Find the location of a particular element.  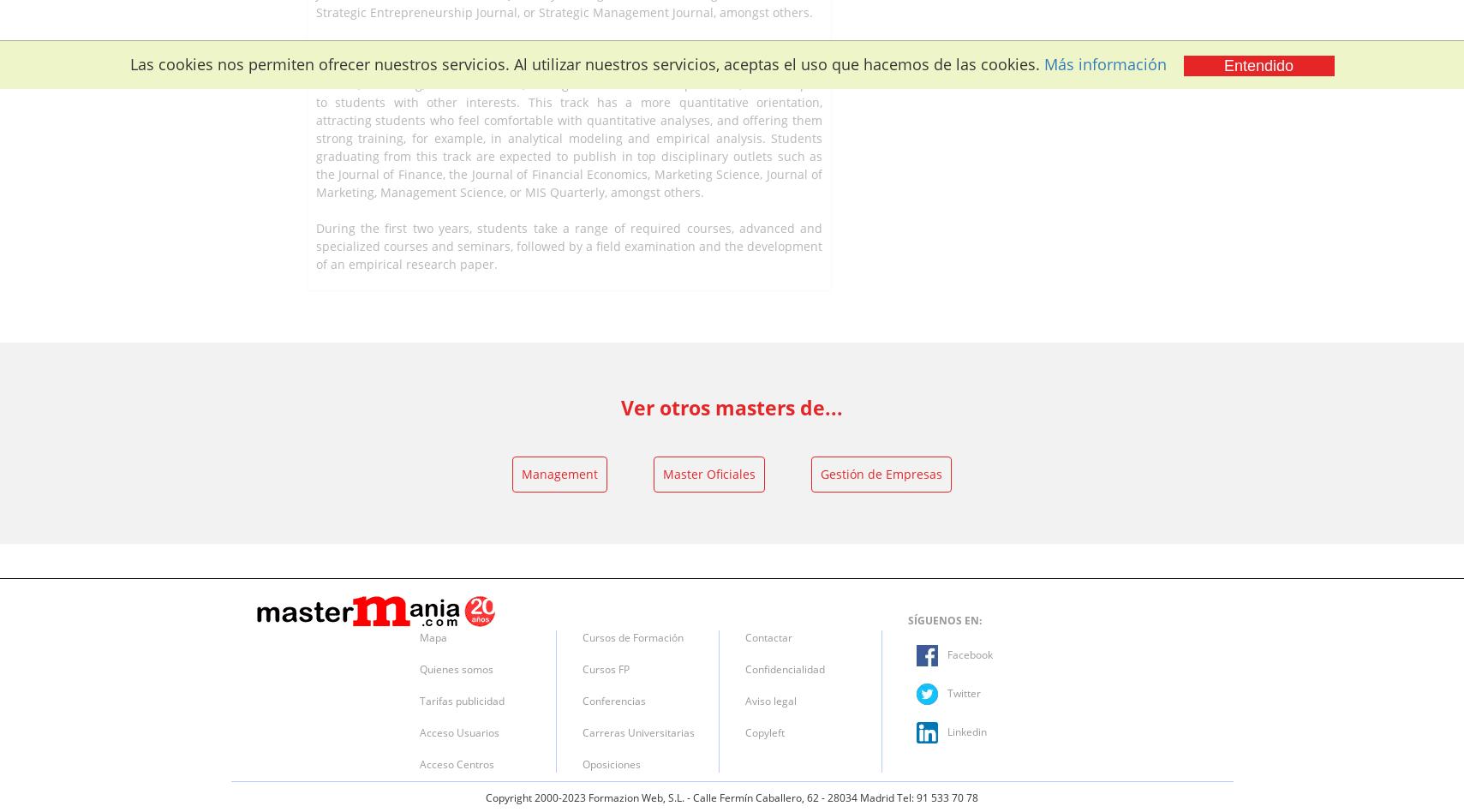

'Facebook' is located at coordinates (969, 654).